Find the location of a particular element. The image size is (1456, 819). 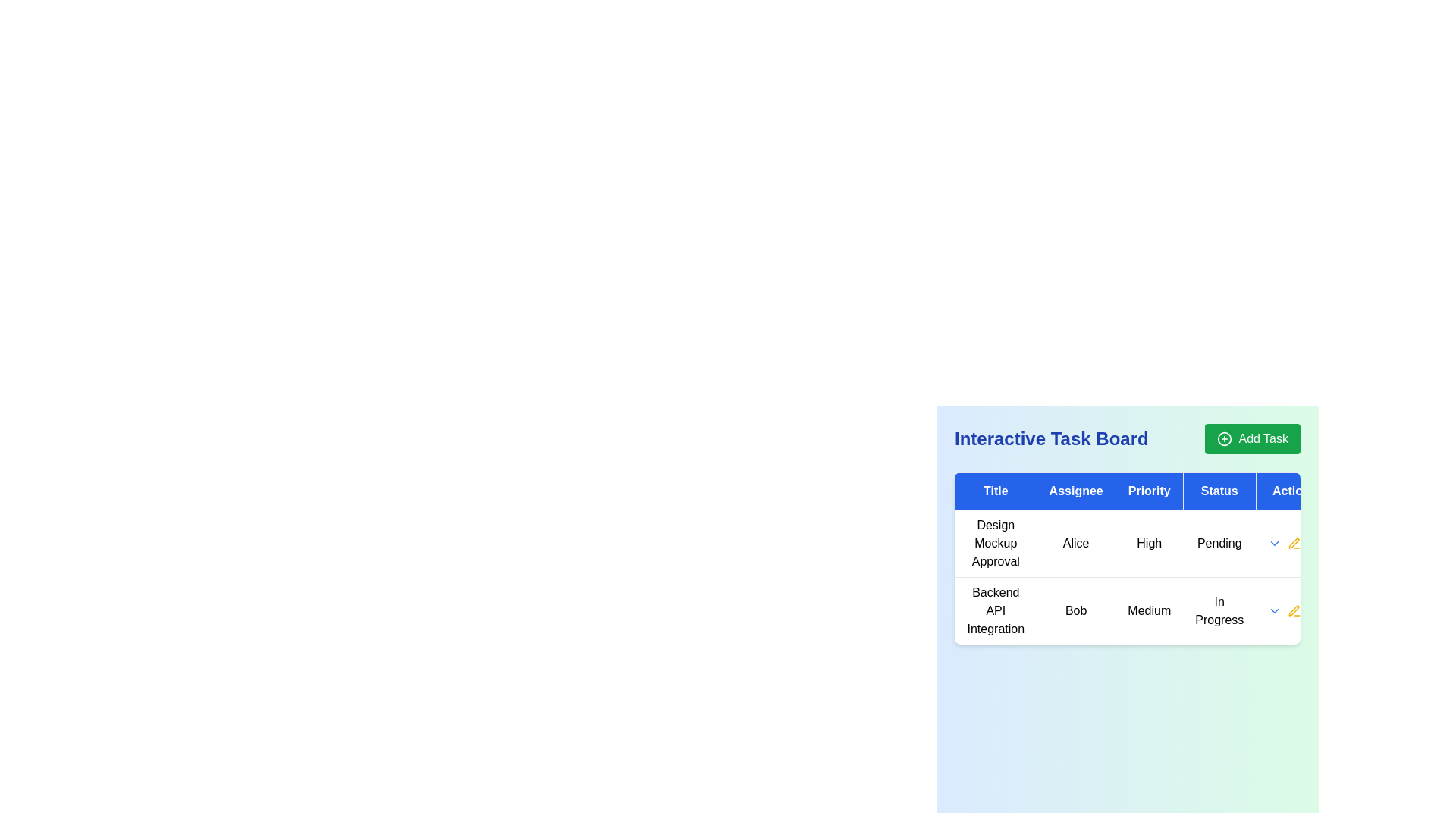

the Dropdown menu trigger icon located in the 'Actions' column of the second row for the 'Backend API Integration' task, adjacent to the 'In Progress' status is located at coordinates (1274, 543).